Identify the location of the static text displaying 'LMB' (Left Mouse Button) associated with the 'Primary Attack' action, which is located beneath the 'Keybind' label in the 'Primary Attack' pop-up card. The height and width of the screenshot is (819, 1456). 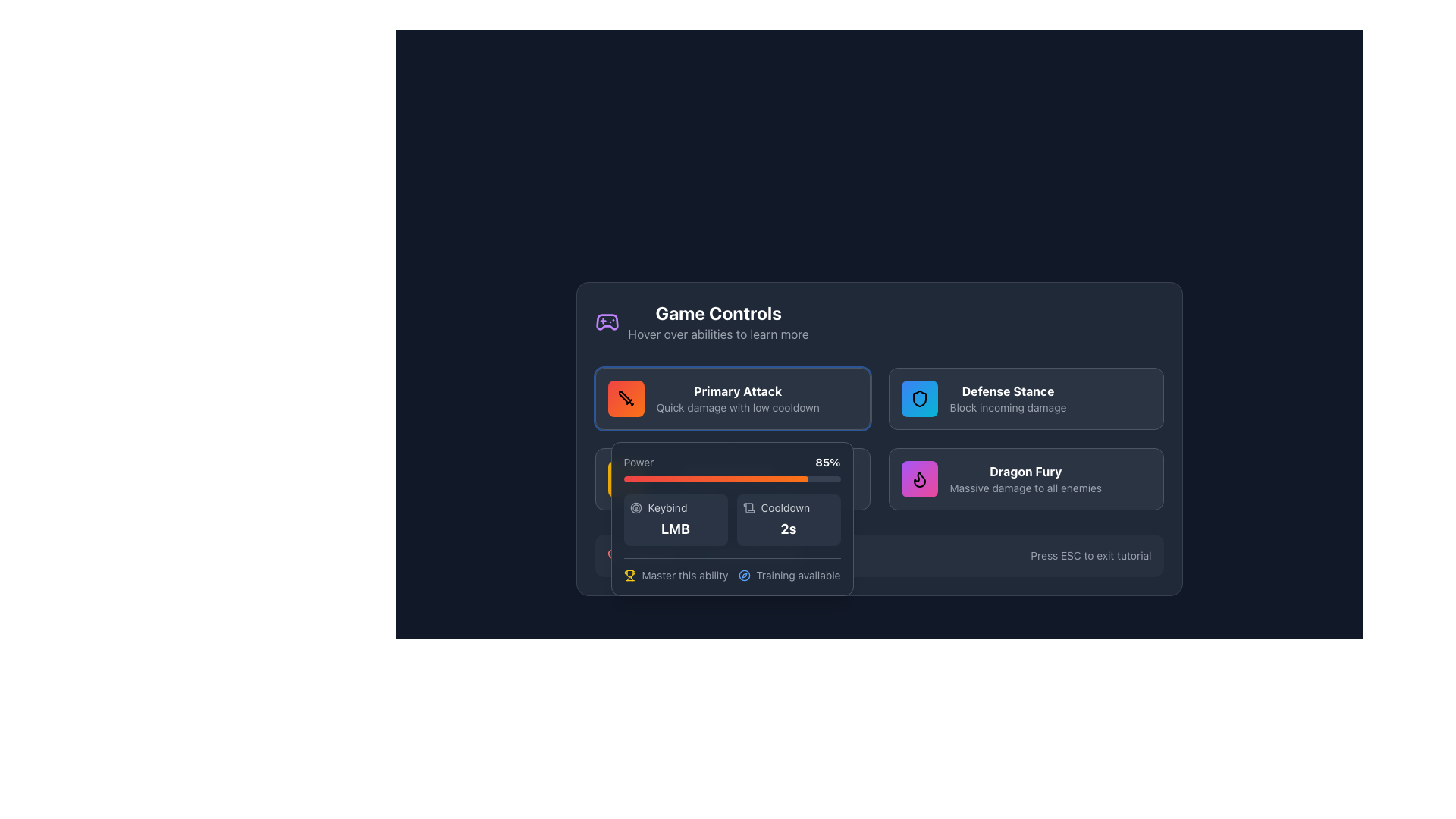
(675, 529).